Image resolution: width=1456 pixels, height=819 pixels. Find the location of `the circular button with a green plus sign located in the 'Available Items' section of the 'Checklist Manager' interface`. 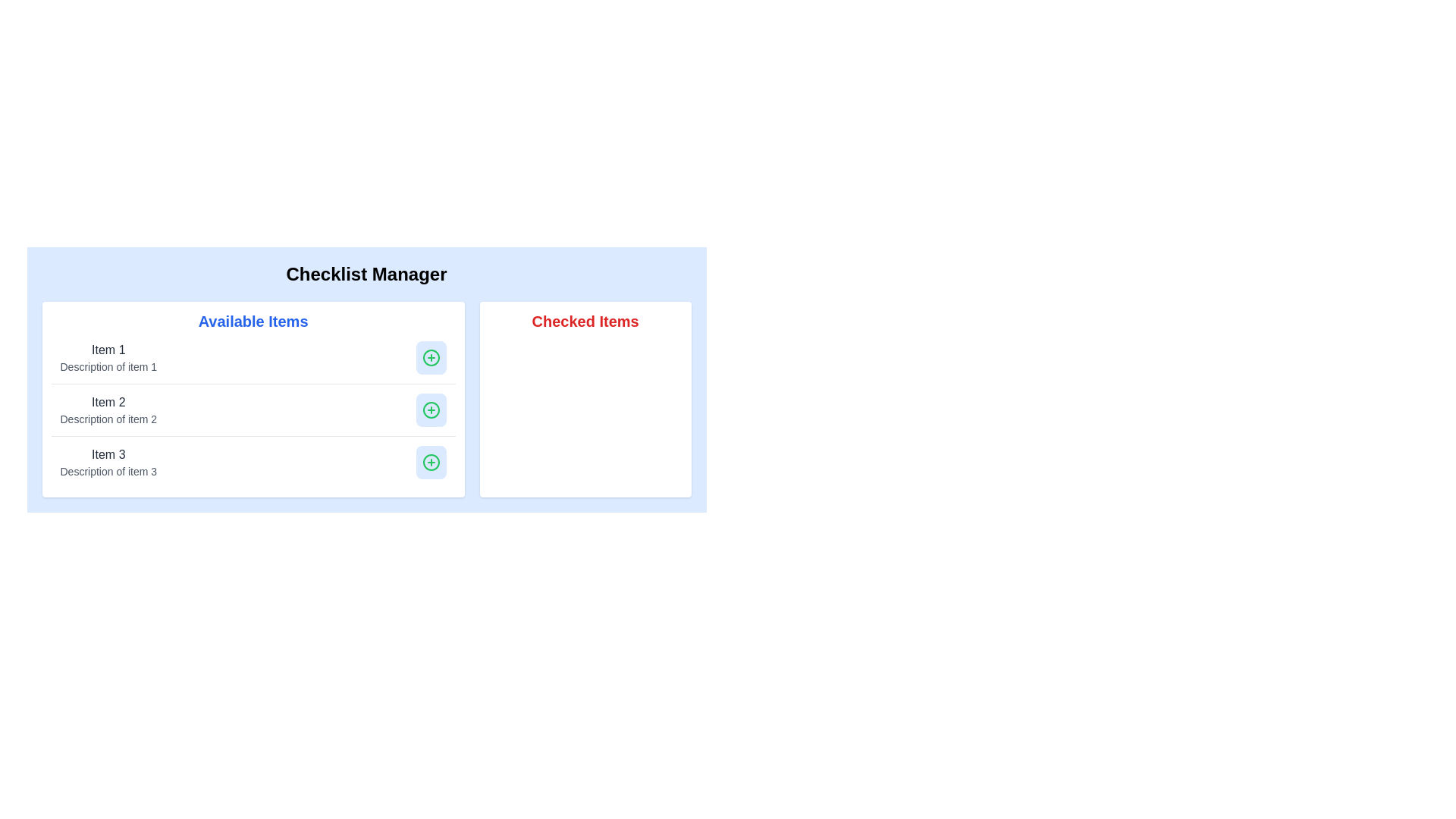

the circular button with a green plus sign located in the 'Available Items' section of the 'Checklist Manager' interface is located at coordinates (430, 461).